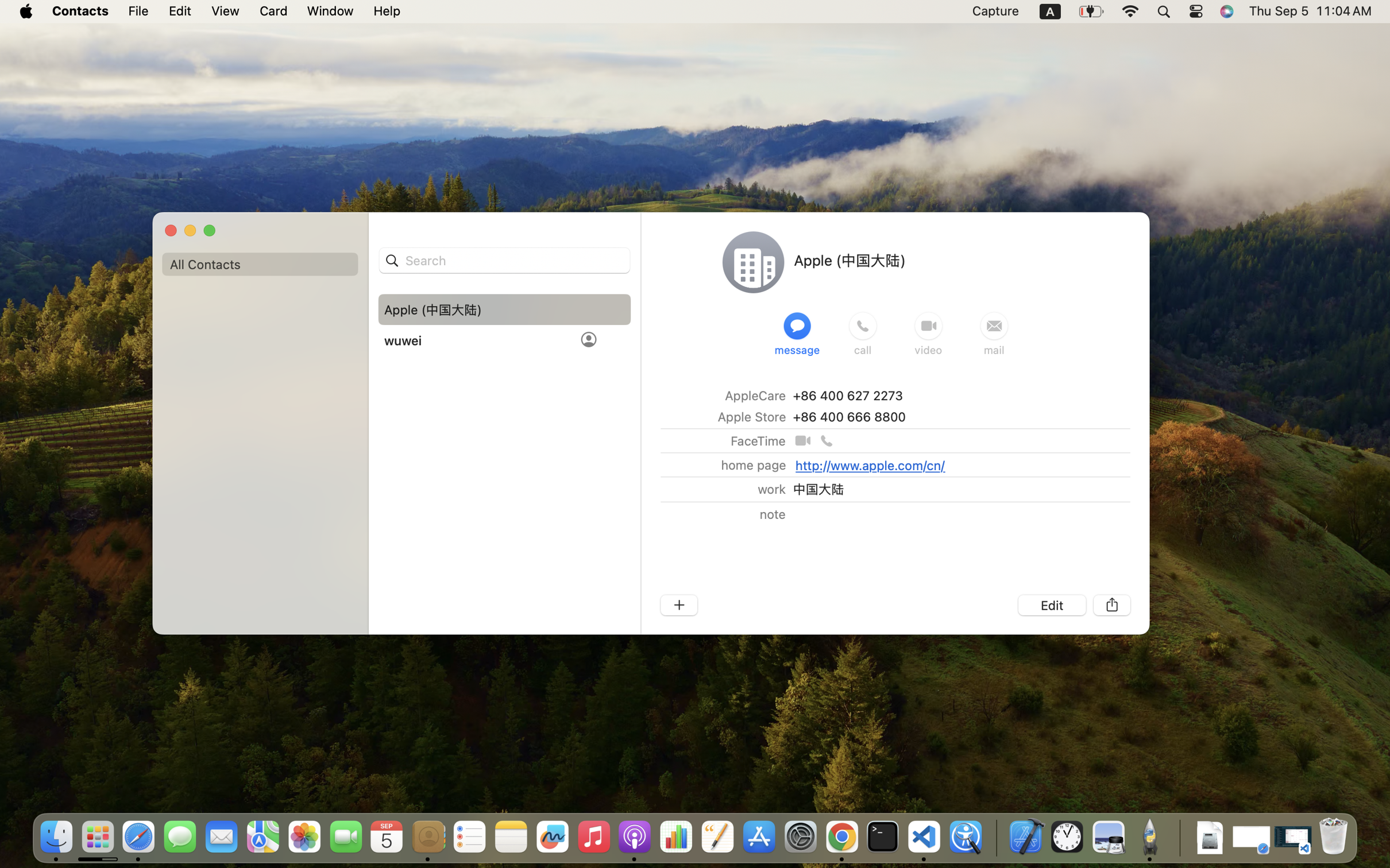 Image resolution: width=1390 pixels, height=868 pixels. Describe the element at coordinates (751, 417) in the screenshot. I see `'Apple Store'` at that location.